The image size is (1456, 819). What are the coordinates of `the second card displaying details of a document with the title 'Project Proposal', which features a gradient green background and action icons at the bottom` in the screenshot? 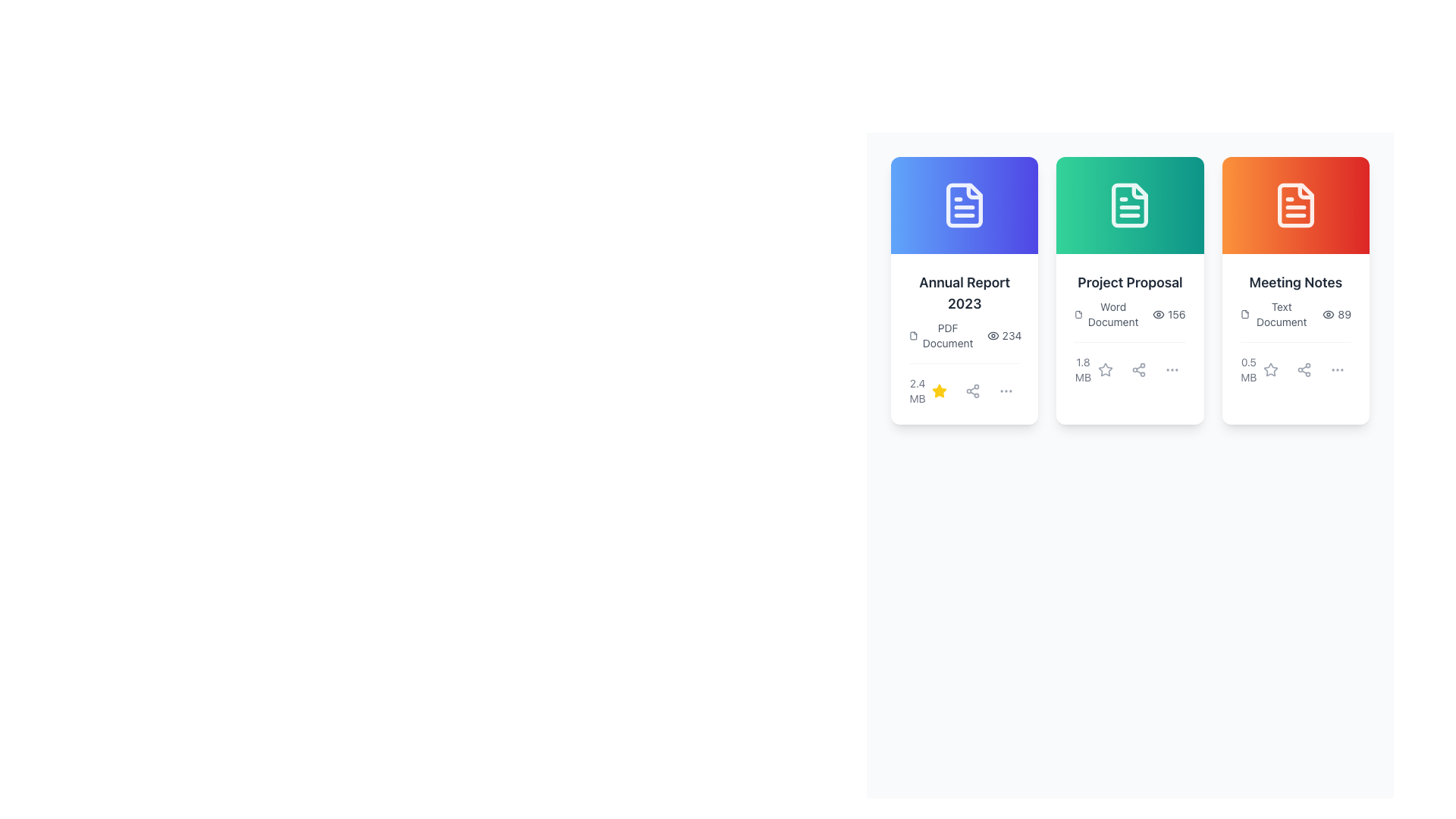 It's located at (1130, 290).